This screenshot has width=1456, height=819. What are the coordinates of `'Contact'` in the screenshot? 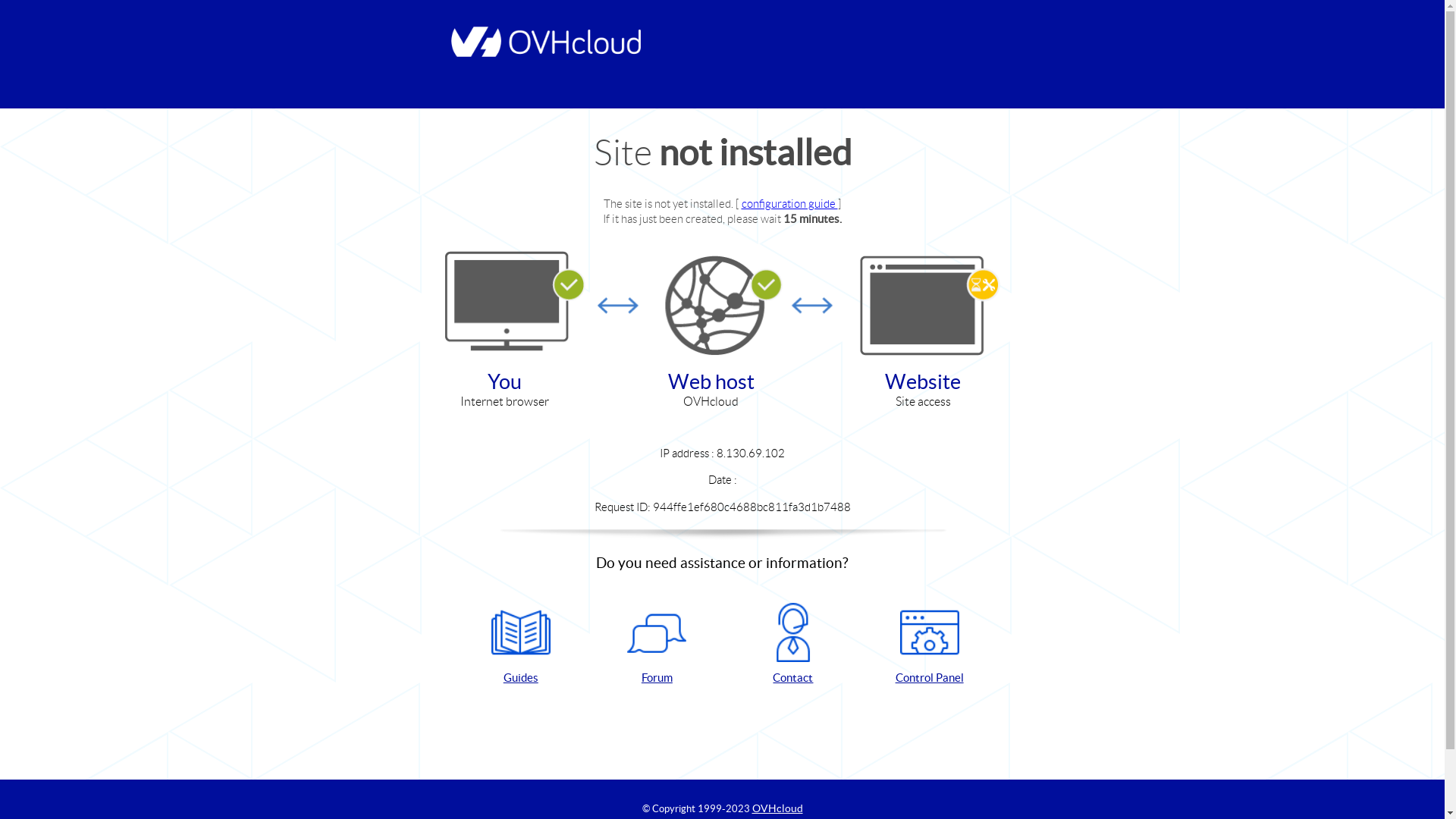 It's located at (792, 644).